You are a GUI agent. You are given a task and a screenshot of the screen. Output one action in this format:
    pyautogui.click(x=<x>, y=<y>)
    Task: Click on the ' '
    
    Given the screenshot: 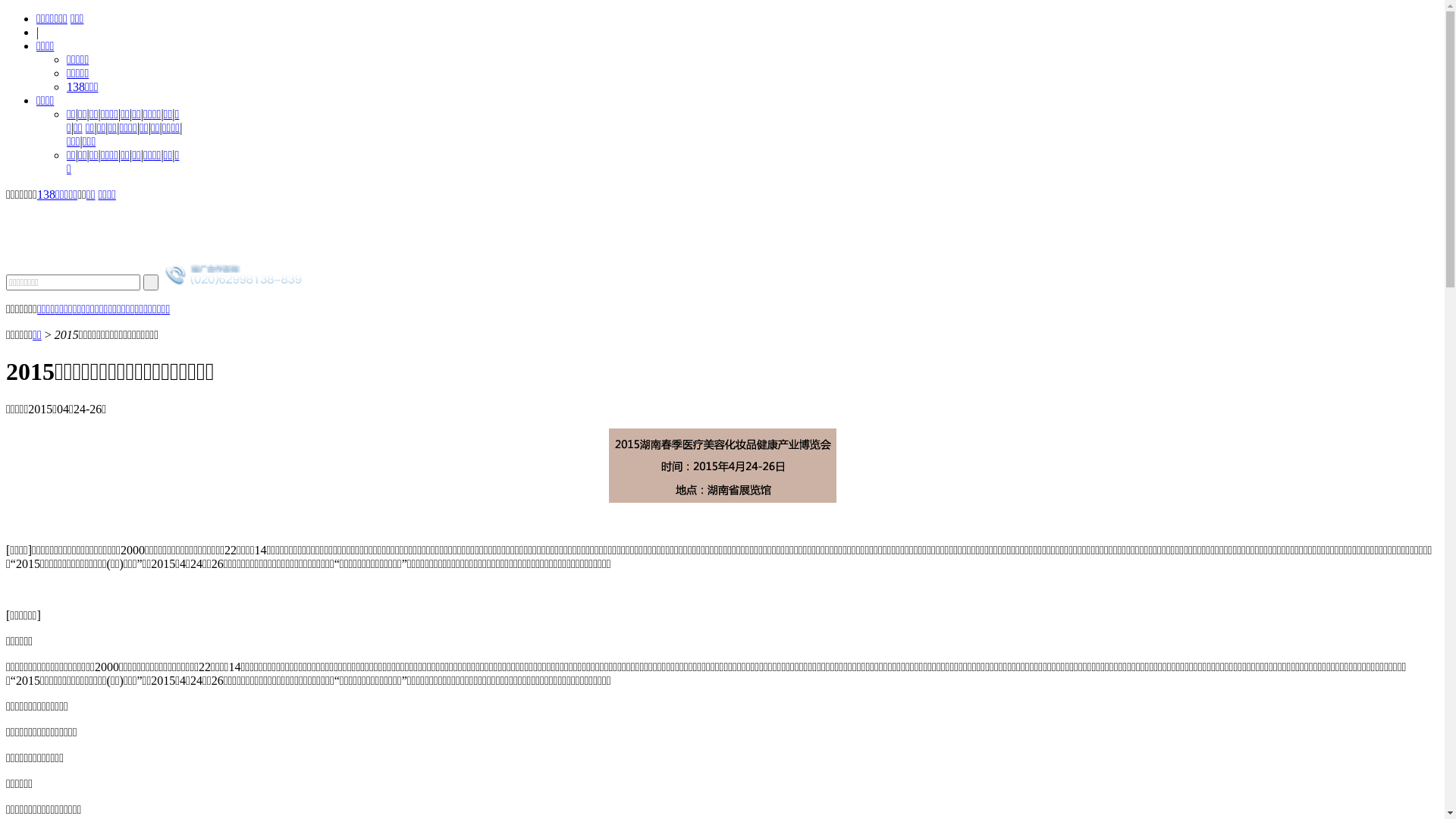 What is the action you would take?
    pyautogui.click(x=143, y=282)
    